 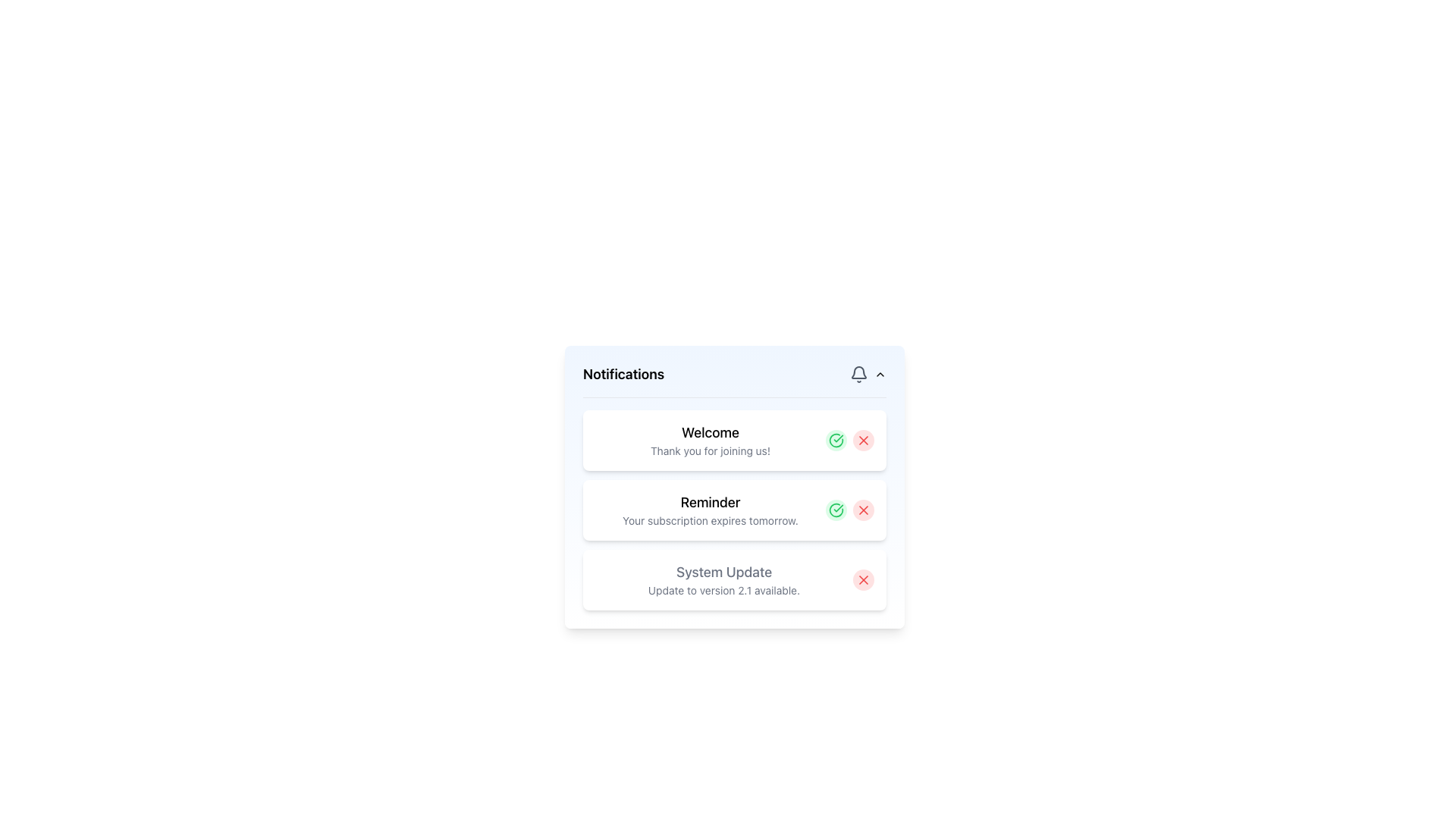 What do you see at coordinates (863, 441) in the screenshot?
I see `the red cross icon button located in the uppermost notification card titled 'Welcome'` at bounding box center [863, 441].